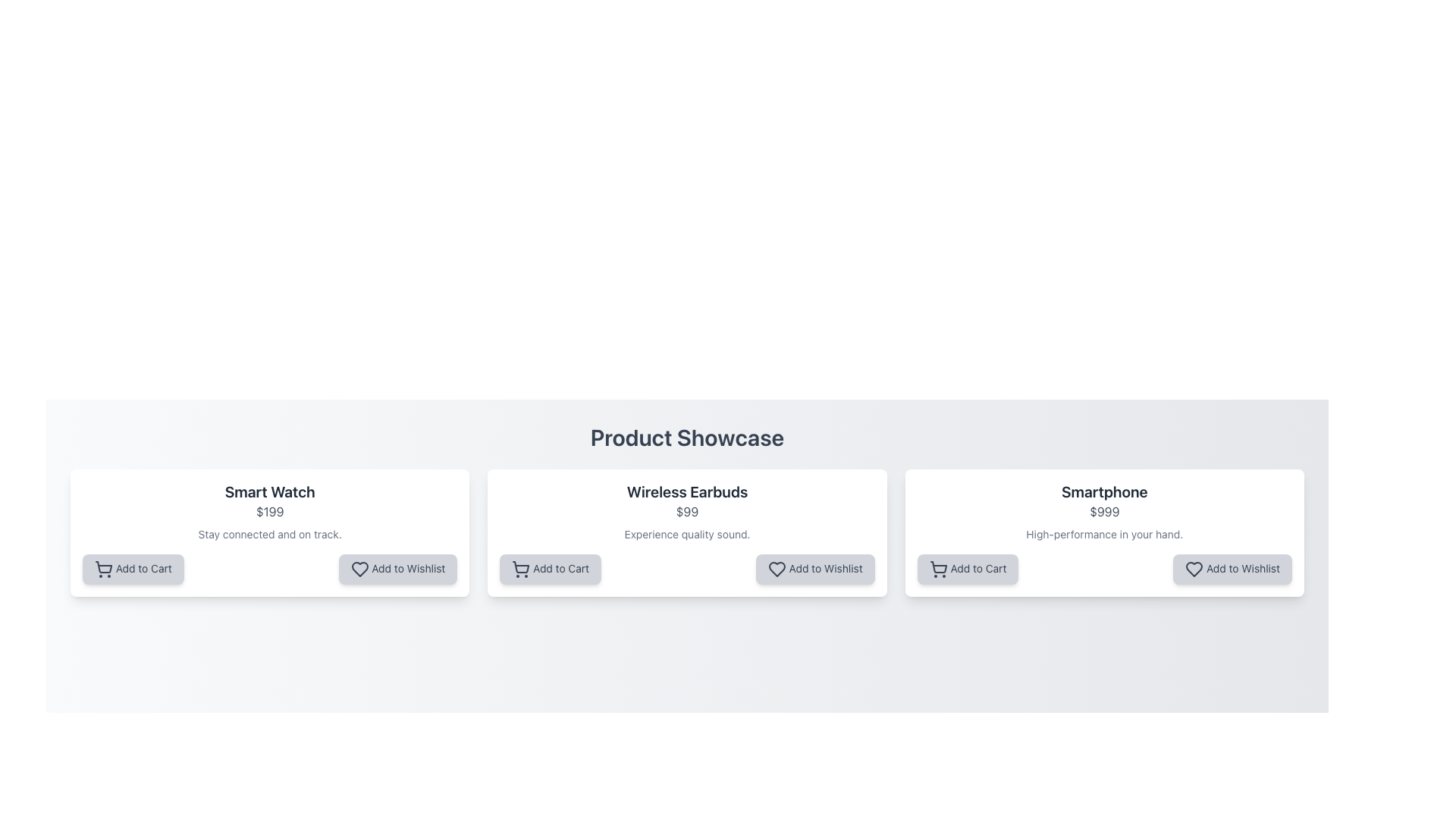 The image size is (1456, 819). Describe the element at coordinates (777, 570) in the screenshot. I see `the 'Add to Wishlist' icon located beneath the title 'Wireless Earbuds' in the middle card of the interface` at that location.